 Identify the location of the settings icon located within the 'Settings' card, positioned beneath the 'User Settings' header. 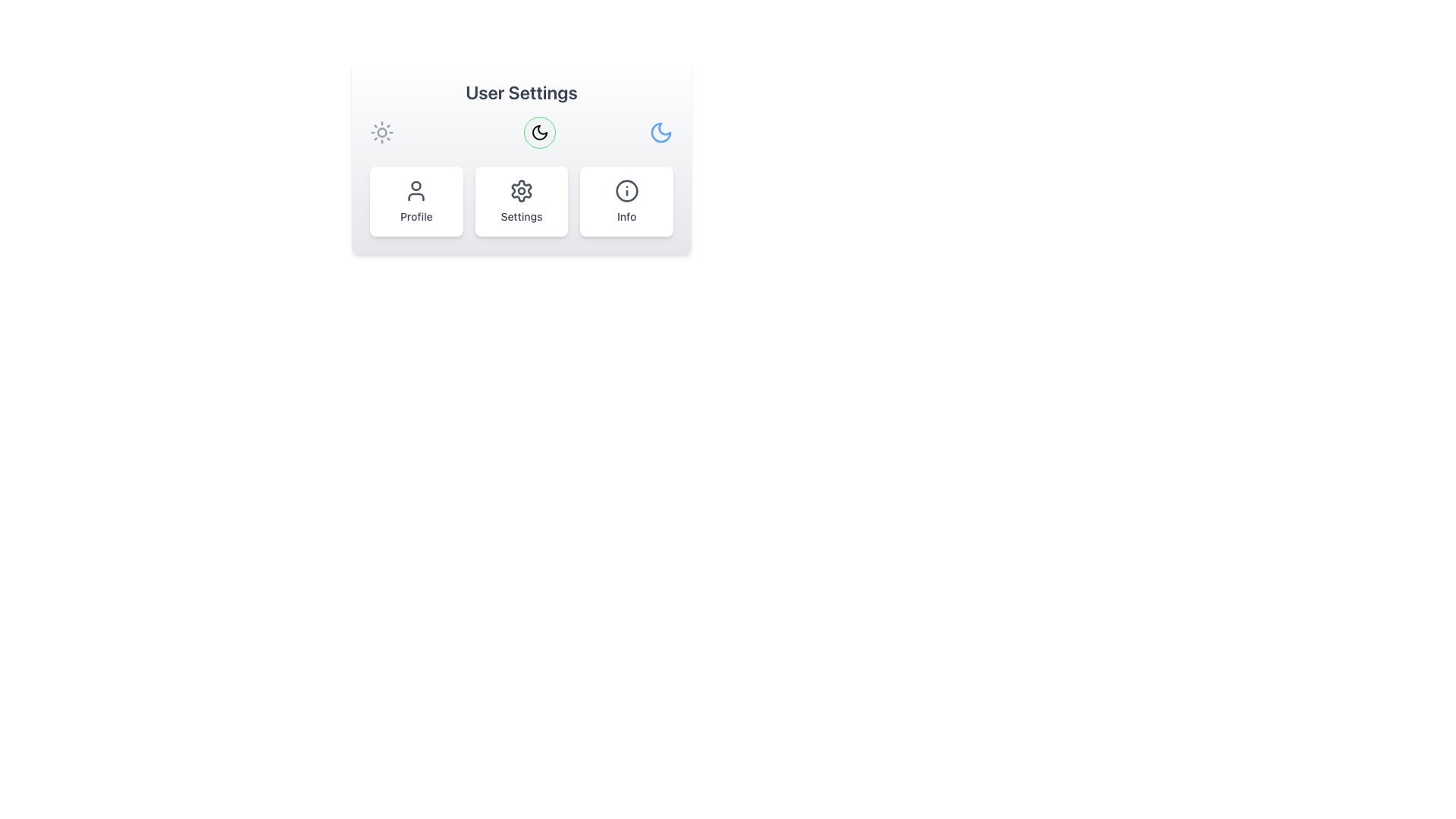
(521, 190).